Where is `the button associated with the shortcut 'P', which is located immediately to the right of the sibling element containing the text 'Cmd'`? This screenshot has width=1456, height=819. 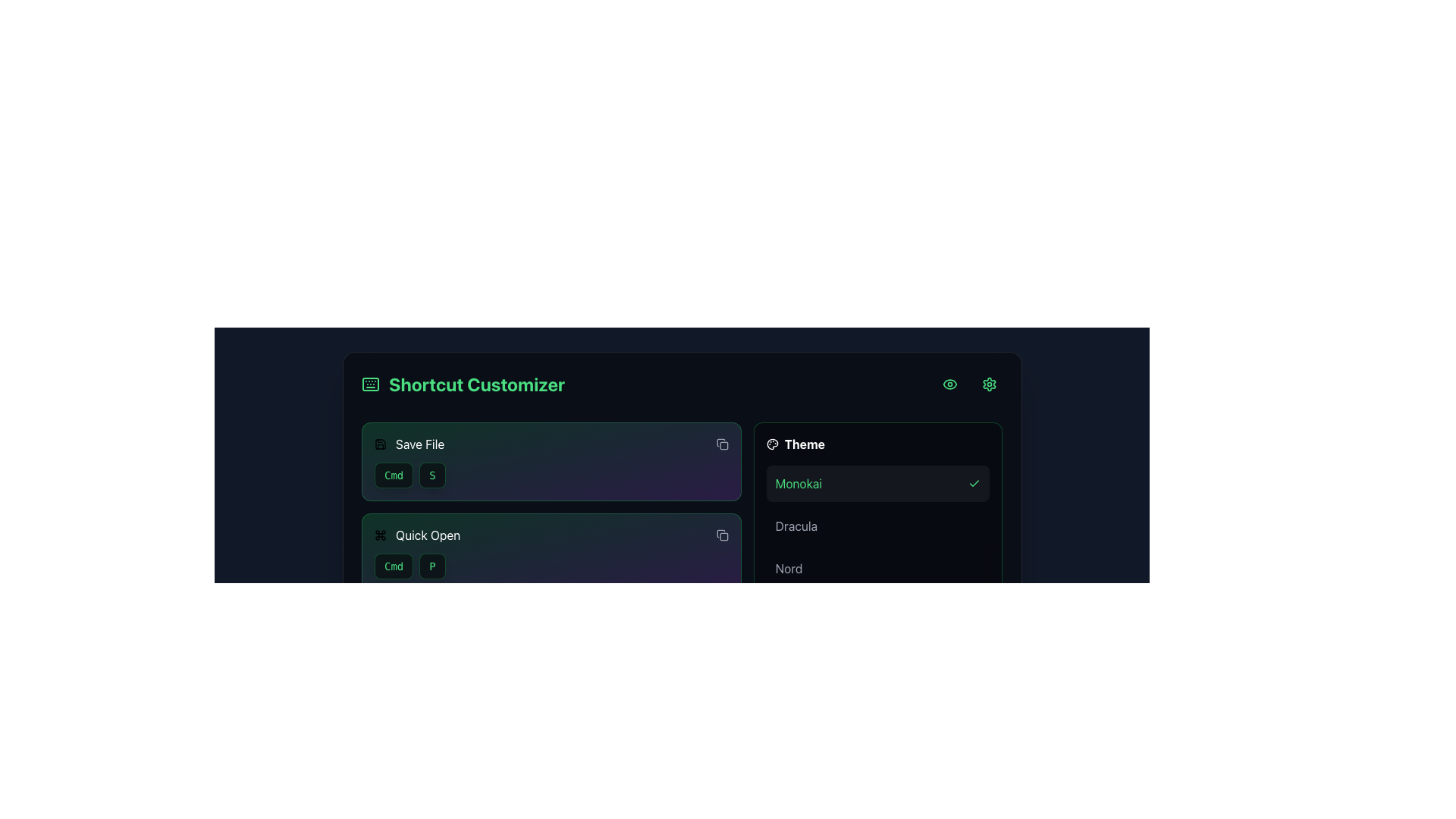
the button associated with the shortcut 'P', which is located immediately to the right of the sibling element containing the text 'Cmd' is located at coordinates (431, 566).